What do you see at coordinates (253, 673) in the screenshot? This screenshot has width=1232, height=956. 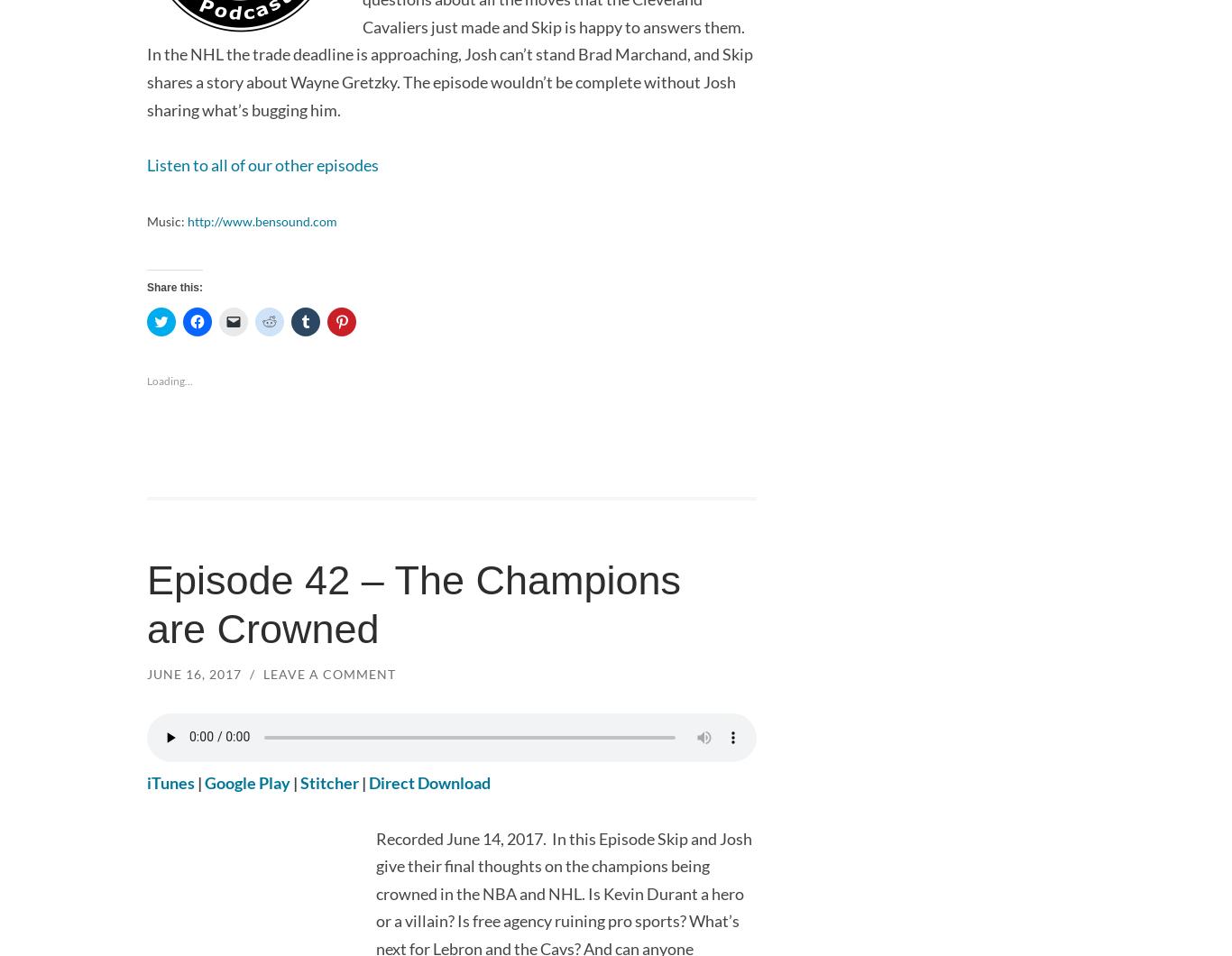 I see `'/'` at bounding box center [253, 673].